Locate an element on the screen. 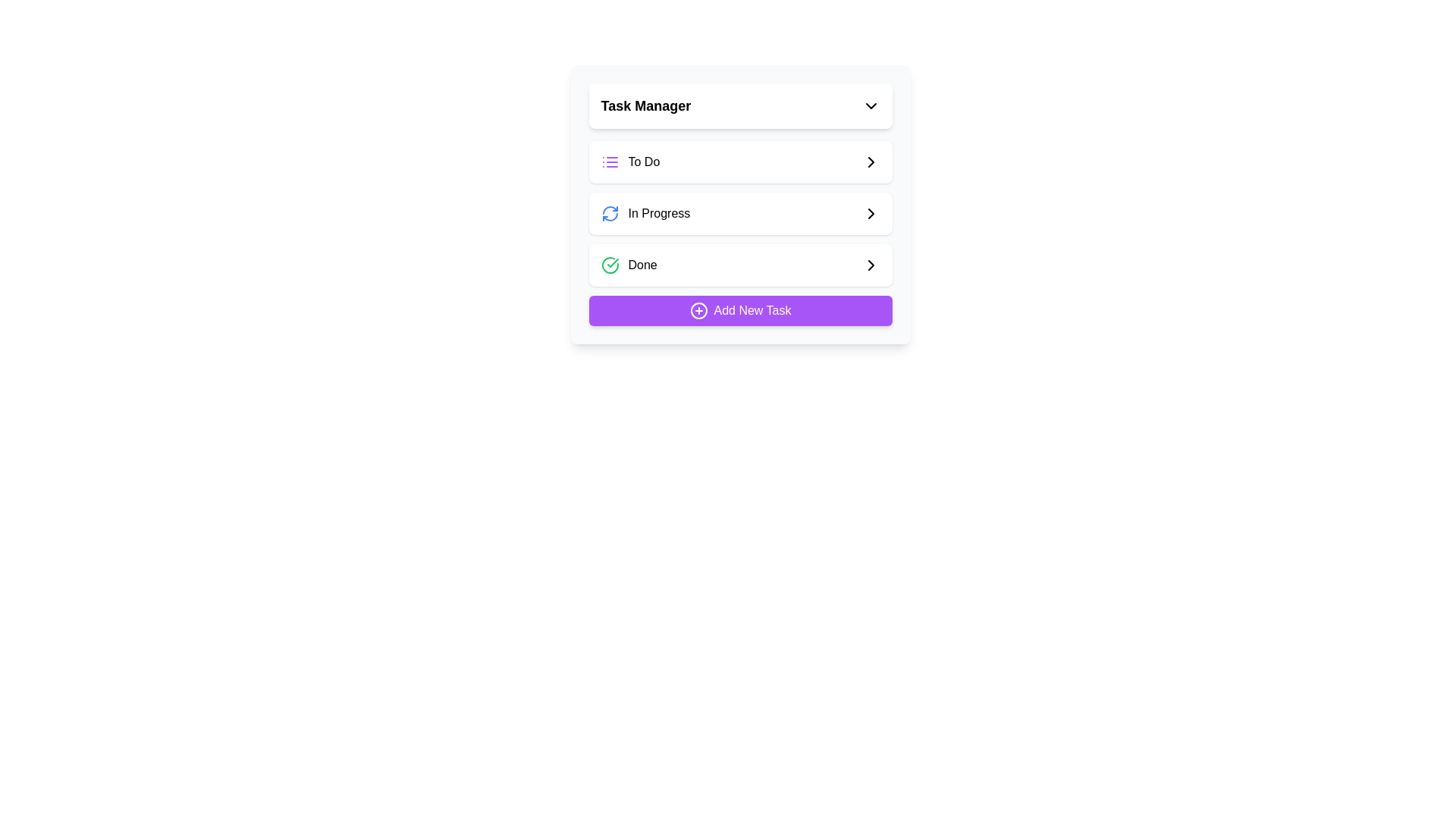 The image size is (1456, 819). on the 'To Do' icon in the task management interface is located at coordinates (610, 162).